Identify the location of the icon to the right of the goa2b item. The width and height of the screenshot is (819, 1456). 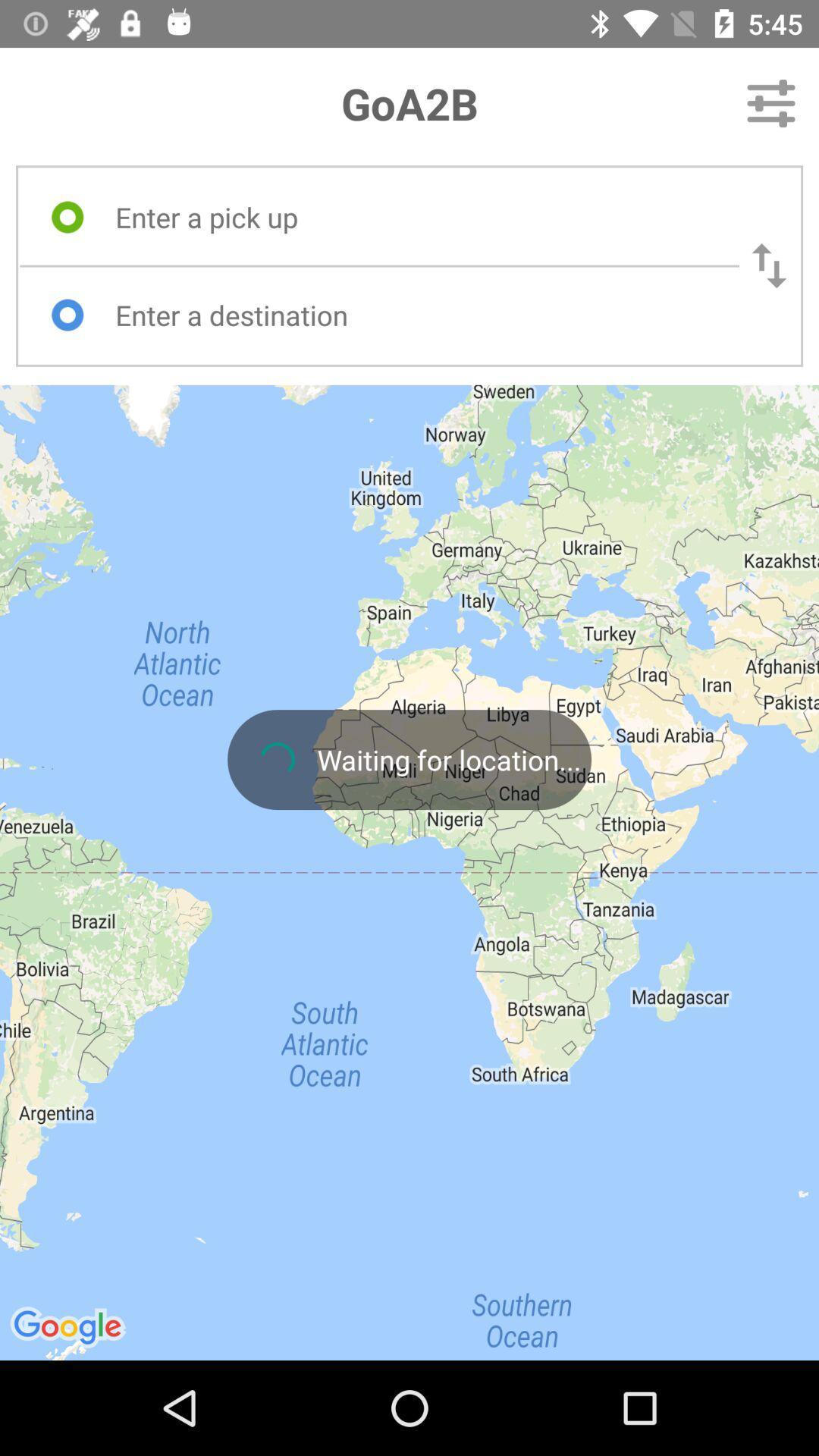
(771, 102).